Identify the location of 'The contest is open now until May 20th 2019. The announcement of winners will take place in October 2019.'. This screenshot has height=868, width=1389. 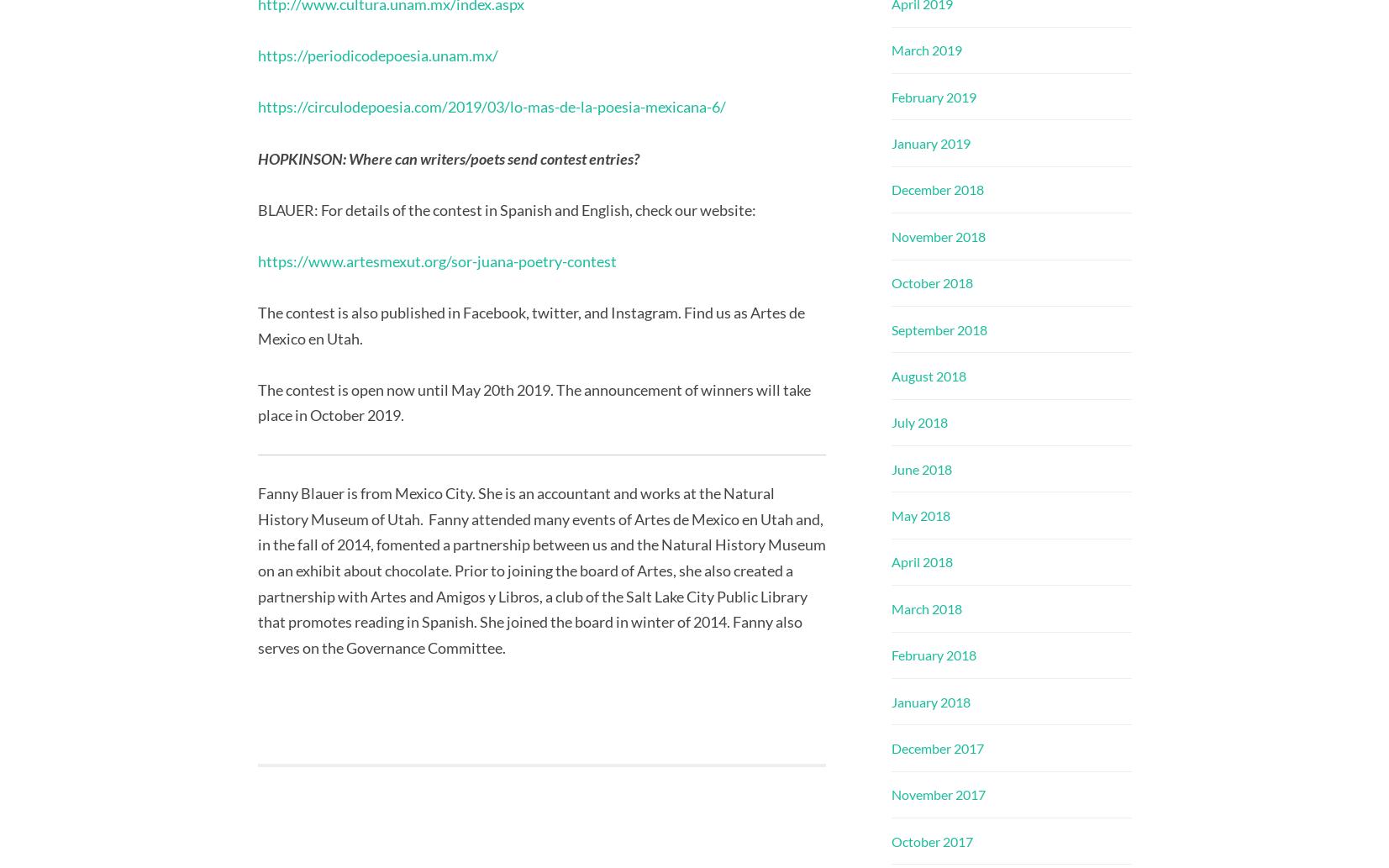
(533, 402).